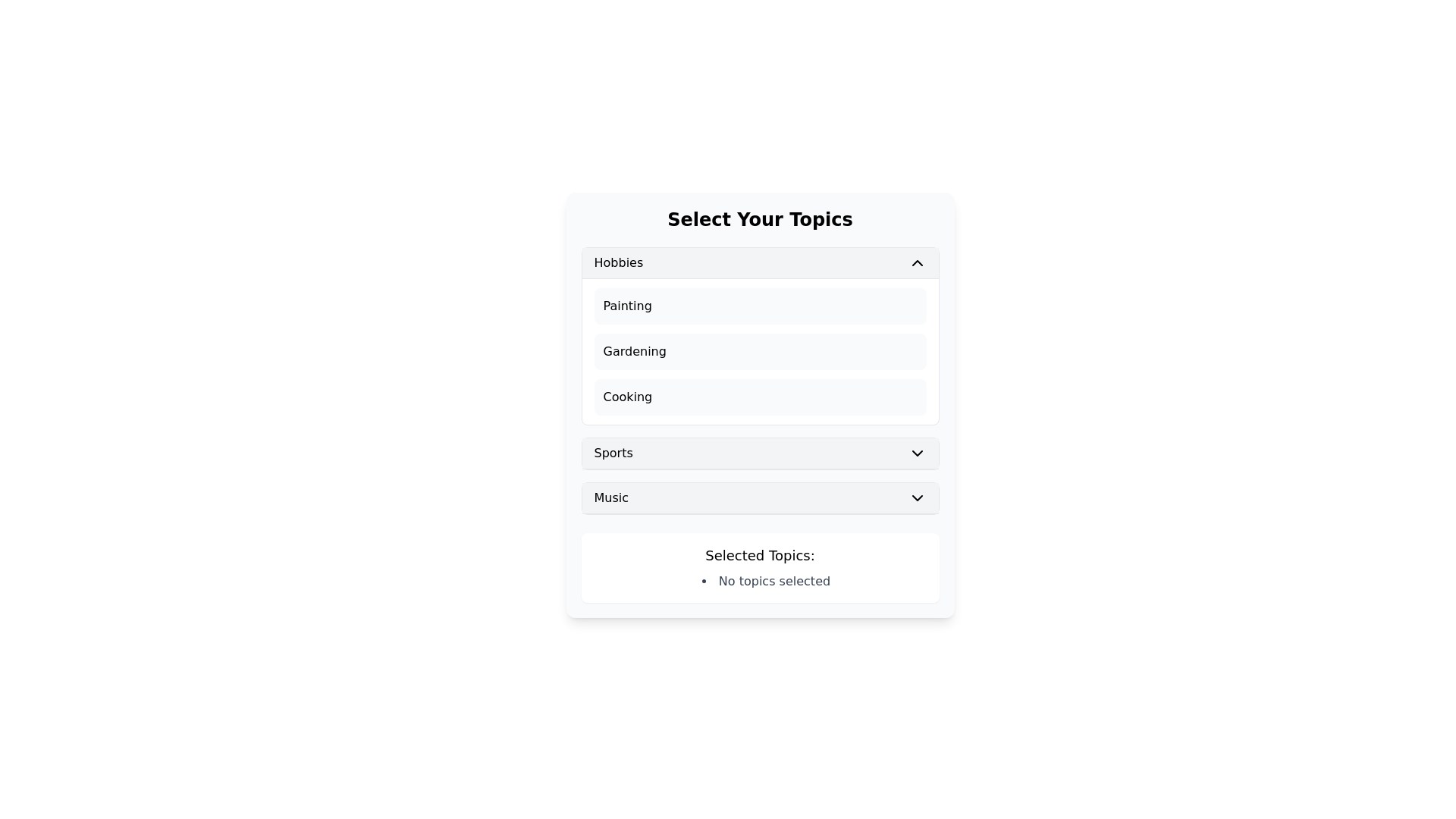 This screenshot has height=819, width=1456. Describe the element at coordinates (760, 498) in the screenshot. I see `the selectable menu item for music-related options located near the bottom of the list, just above the 'Selected Topics' section` at that location.